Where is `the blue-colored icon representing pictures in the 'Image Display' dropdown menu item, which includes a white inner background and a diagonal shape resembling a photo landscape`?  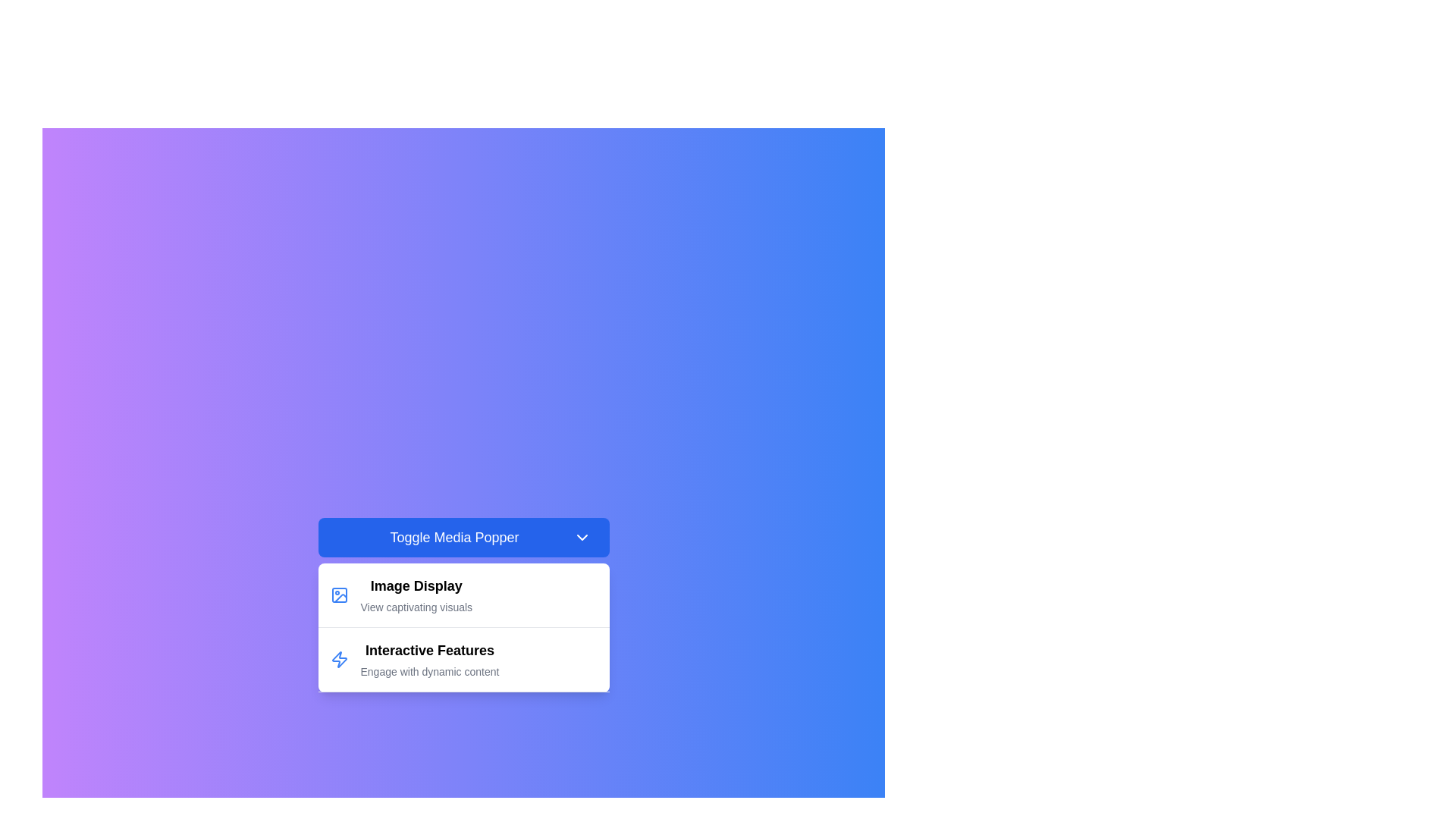
the blue-colored icon representing pictures in the 'Image Display' dropdown menu item, which includes a white inner background and a diagonal shape resembling a photo landscape is located at coordinates (338, 595).